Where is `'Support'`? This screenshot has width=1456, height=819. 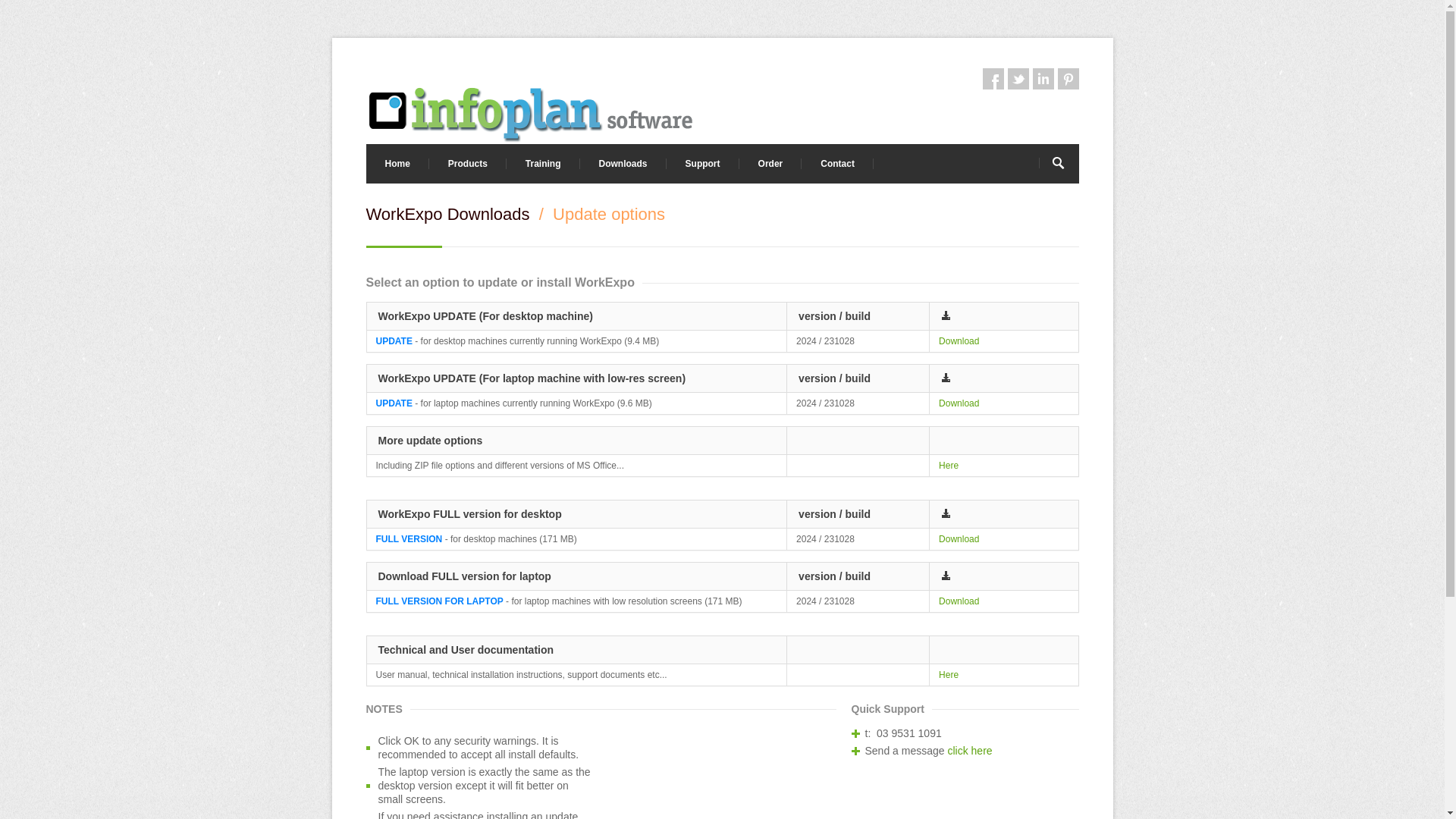
'Support' is located at coordinates (701, 164).